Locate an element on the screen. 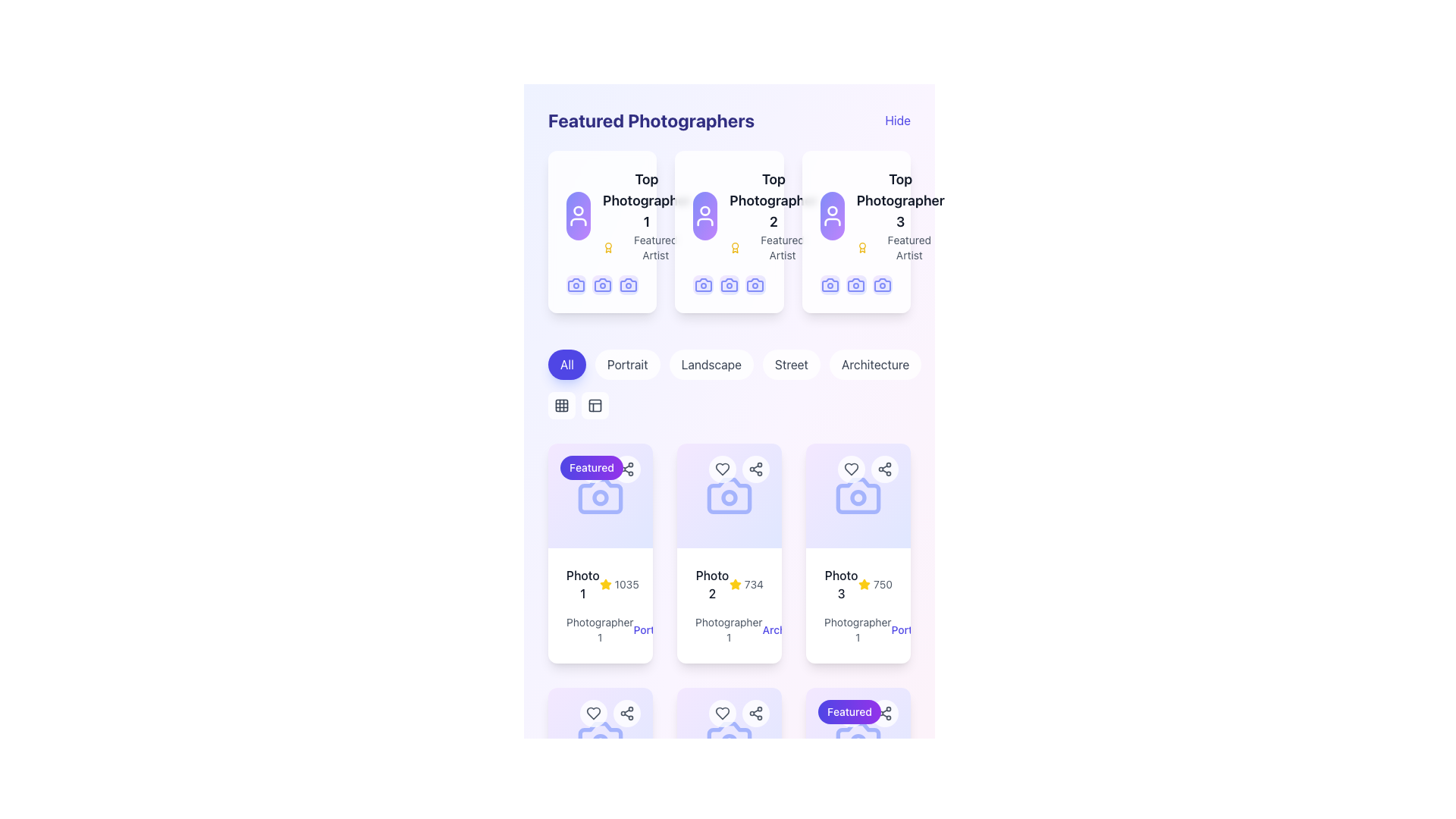 The height and width of the screenshot is (819, 1456). the numerical value text element located within a card-like layout on the left side of the third row, which follows a yellow star icon is located at coordinates (626, 584).